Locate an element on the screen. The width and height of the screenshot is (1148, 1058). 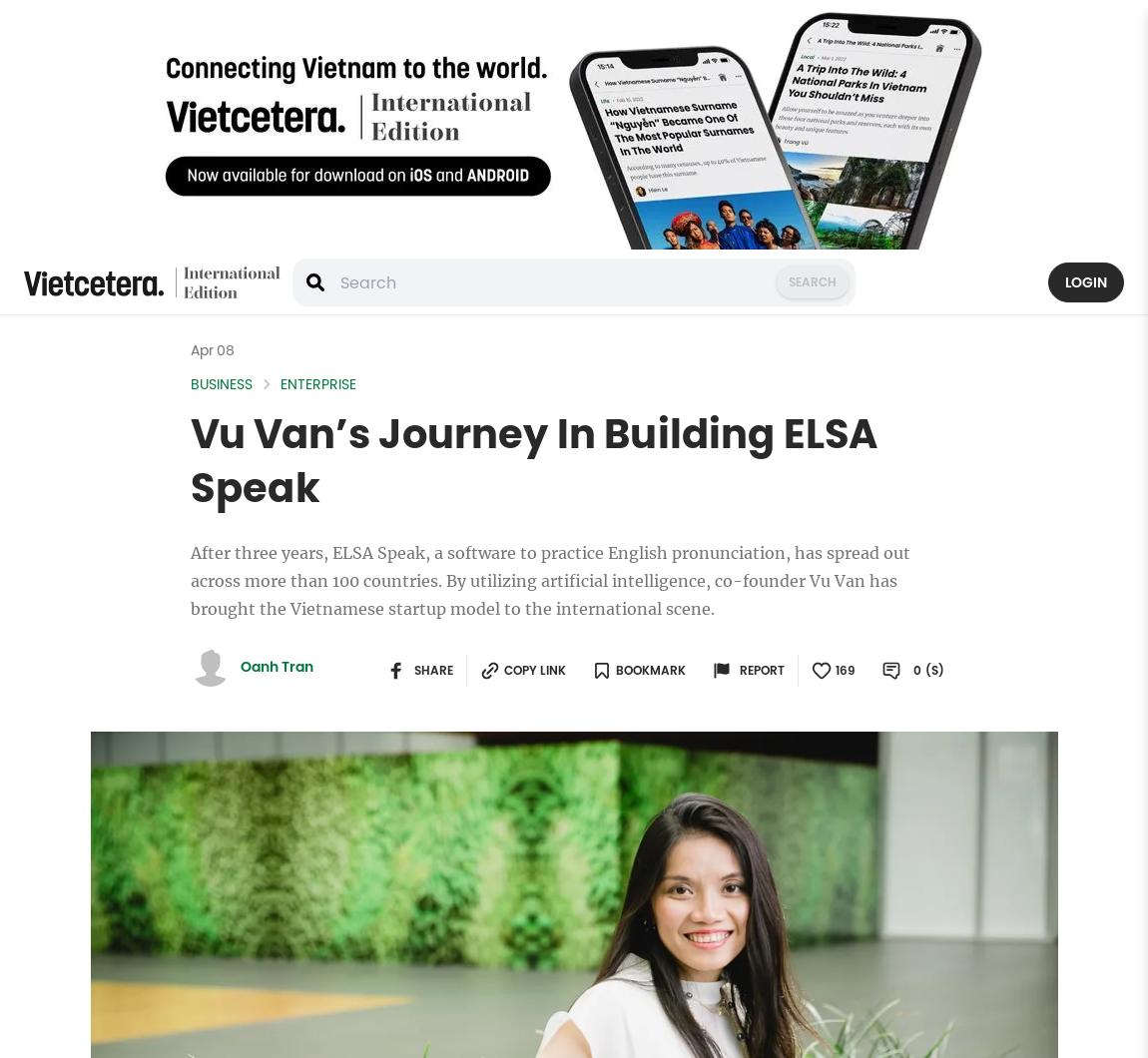
'Copy link' is located at coordinates (535, 670).